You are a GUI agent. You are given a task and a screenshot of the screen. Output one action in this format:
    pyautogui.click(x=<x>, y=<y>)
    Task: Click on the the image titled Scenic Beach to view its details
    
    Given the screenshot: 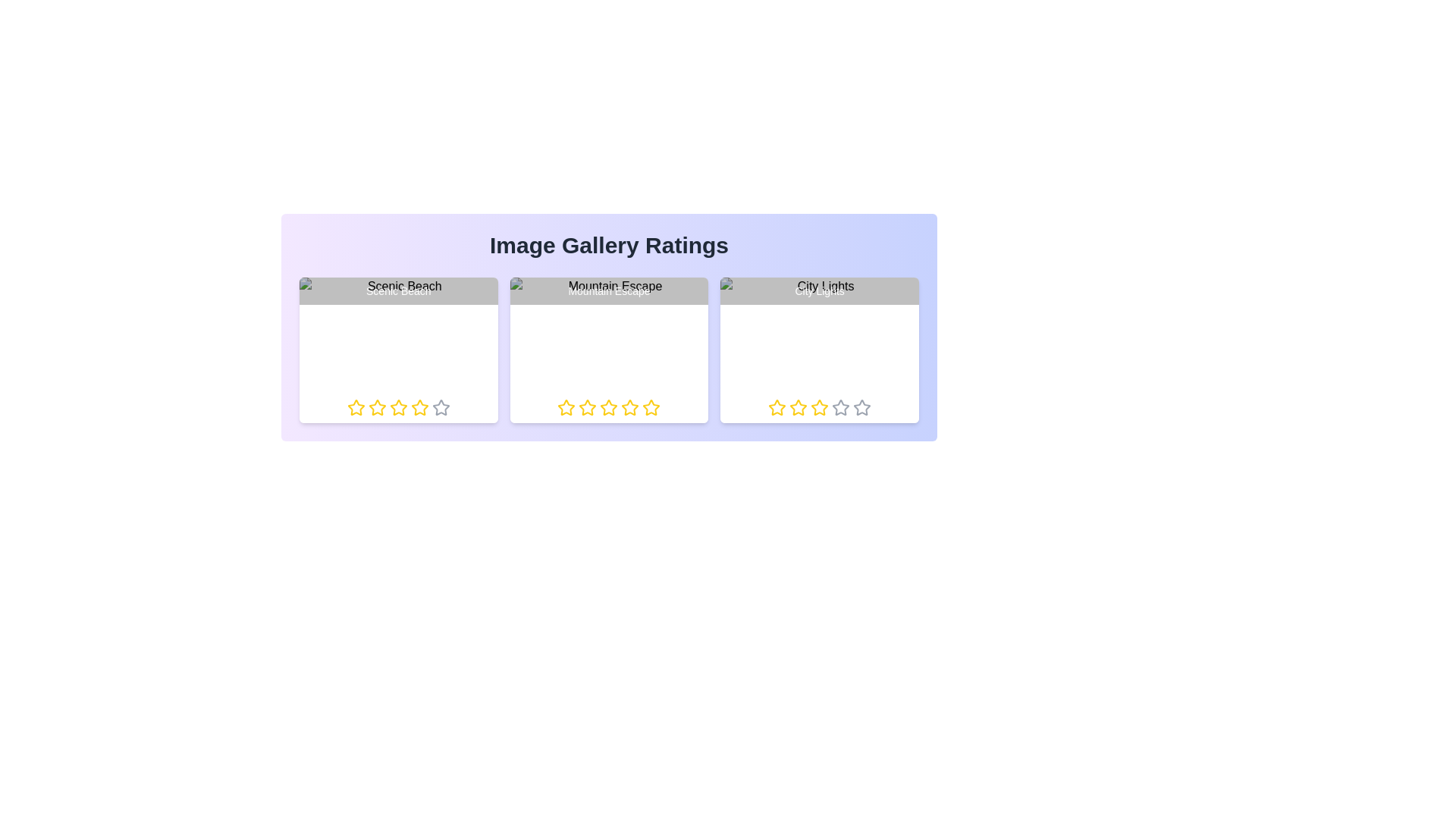 What is the action you would take?
    pyautogui.click(x=398, y=350)
    